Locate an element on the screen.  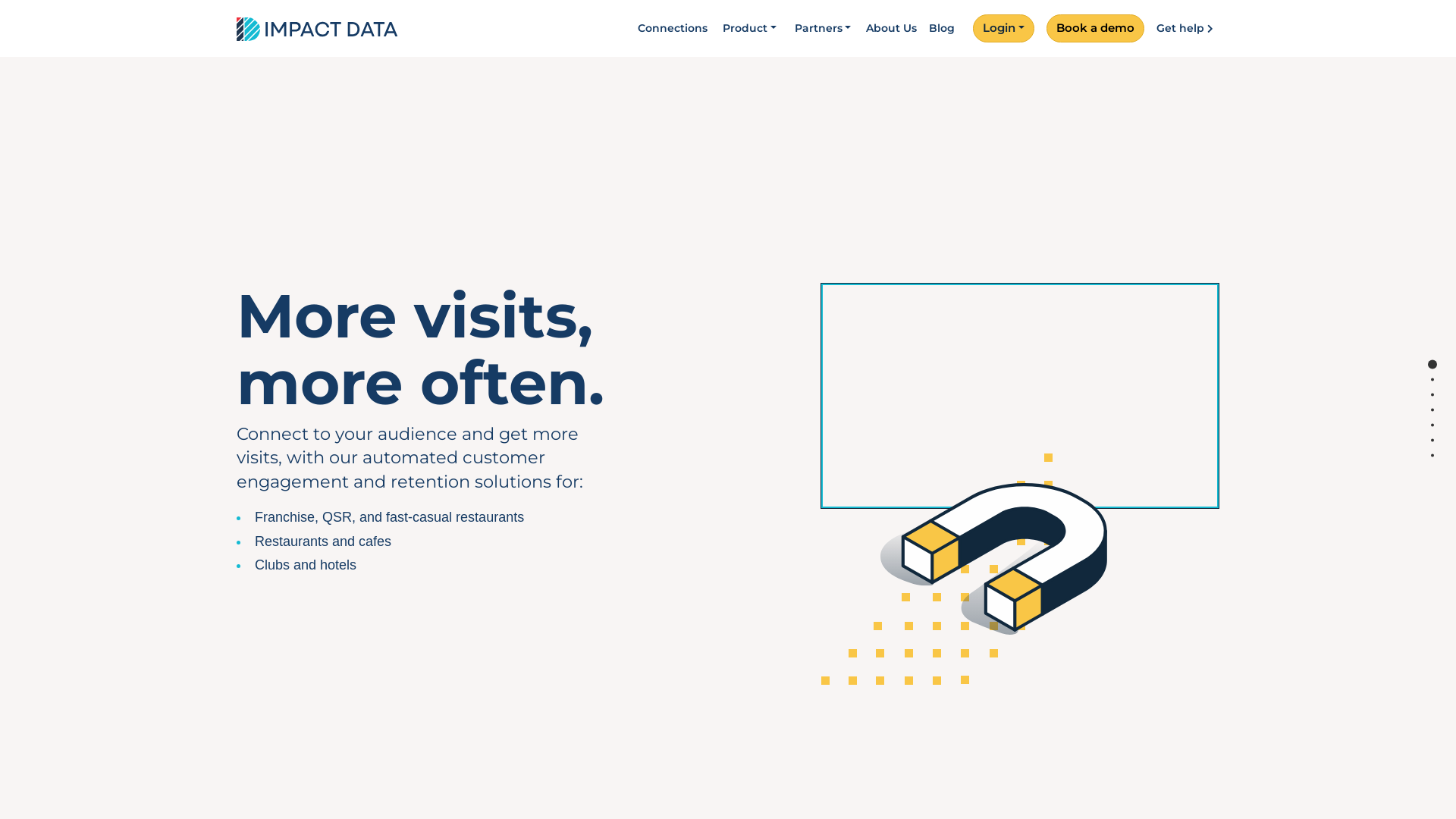
'Section 2' is located at coordinates (1432, 378).